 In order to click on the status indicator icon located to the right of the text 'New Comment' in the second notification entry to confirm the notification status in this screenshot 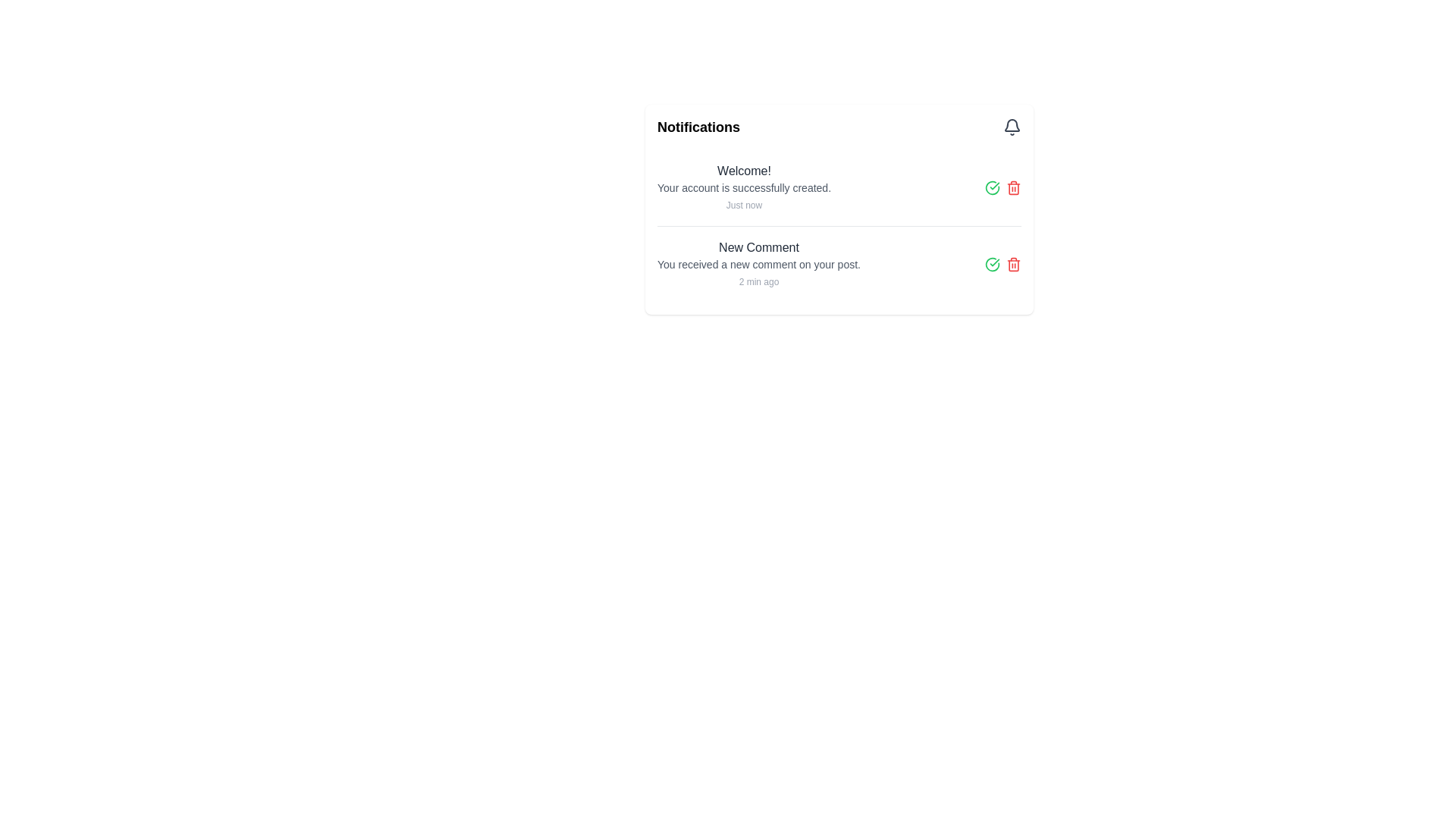, I will do `click(993, 187)`.